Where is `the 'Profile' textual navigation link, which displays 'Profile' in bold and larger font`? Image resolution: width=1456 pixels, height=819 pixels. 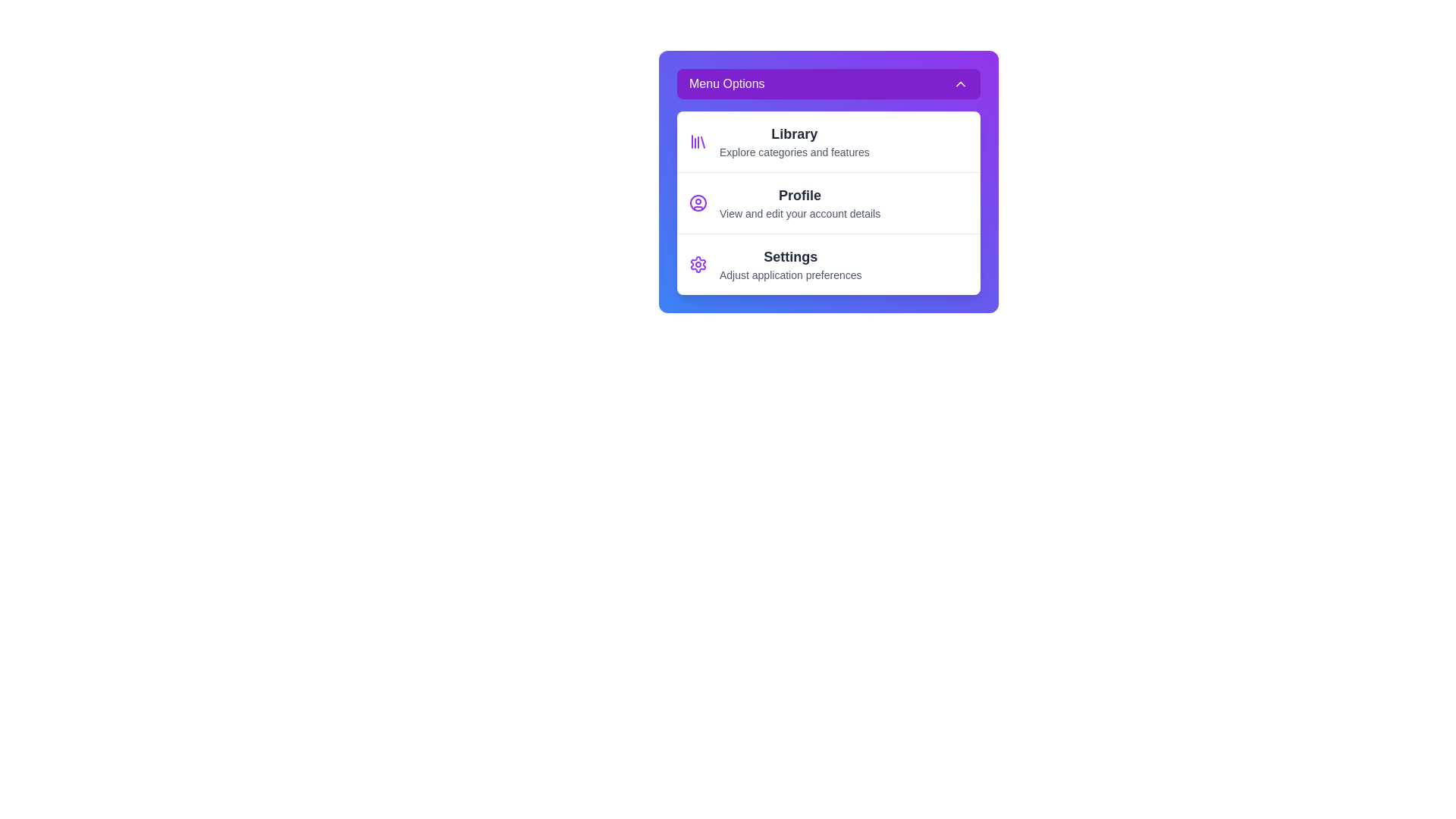 the 'Profile' textual navigation link, which displays 'Profile' in bold and larger font is located at coordinates (799, 202).